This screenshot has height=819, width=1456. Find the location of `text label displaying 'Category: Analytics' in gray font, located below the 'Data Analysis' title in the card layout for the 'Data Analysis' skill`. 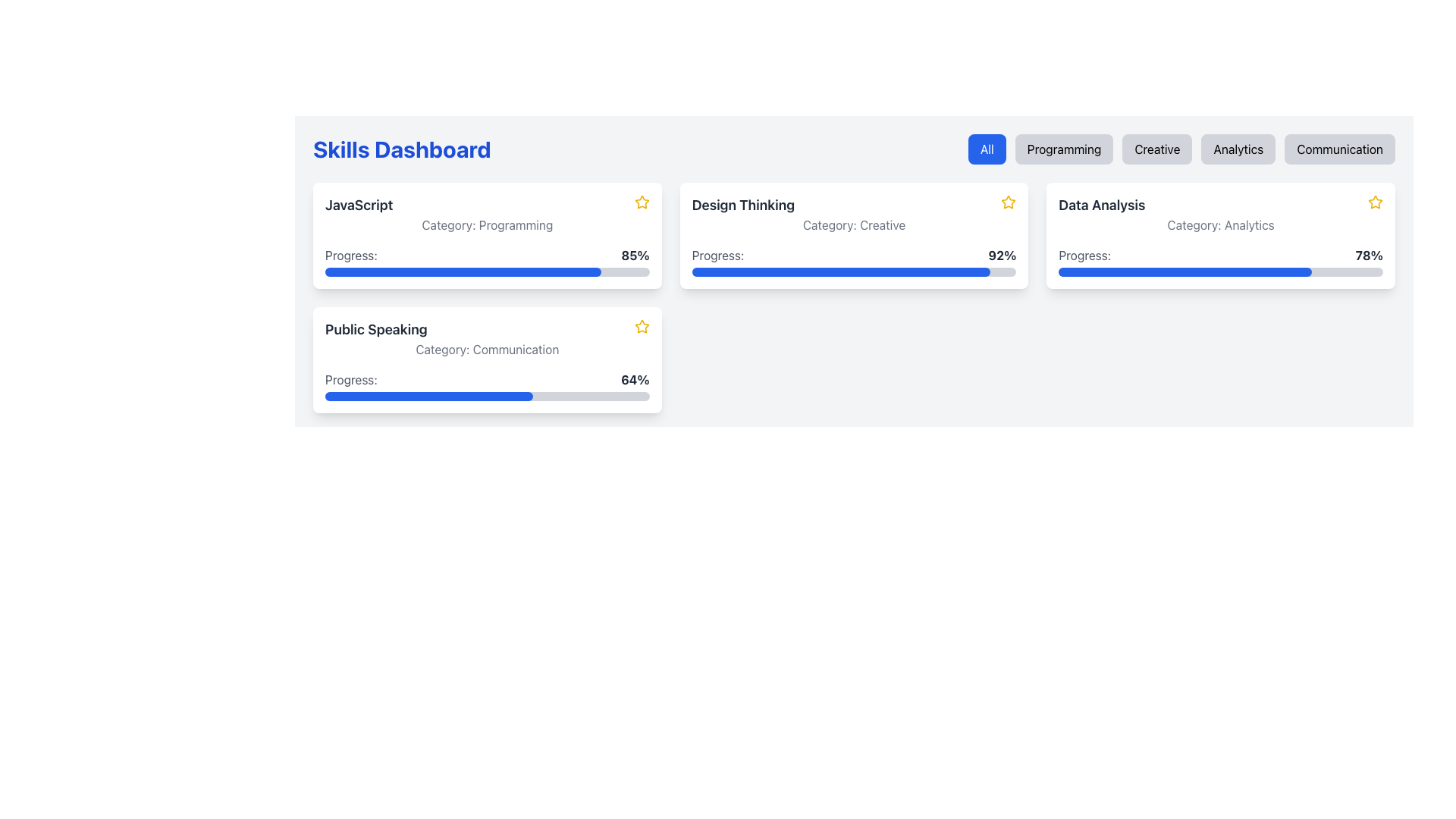

text label displaying 'Category: Analytics' in gray font, located below the 'Data Analysis' title in the card layout for the 'Data Analysis' skill is located at coordinates (1221, 225).